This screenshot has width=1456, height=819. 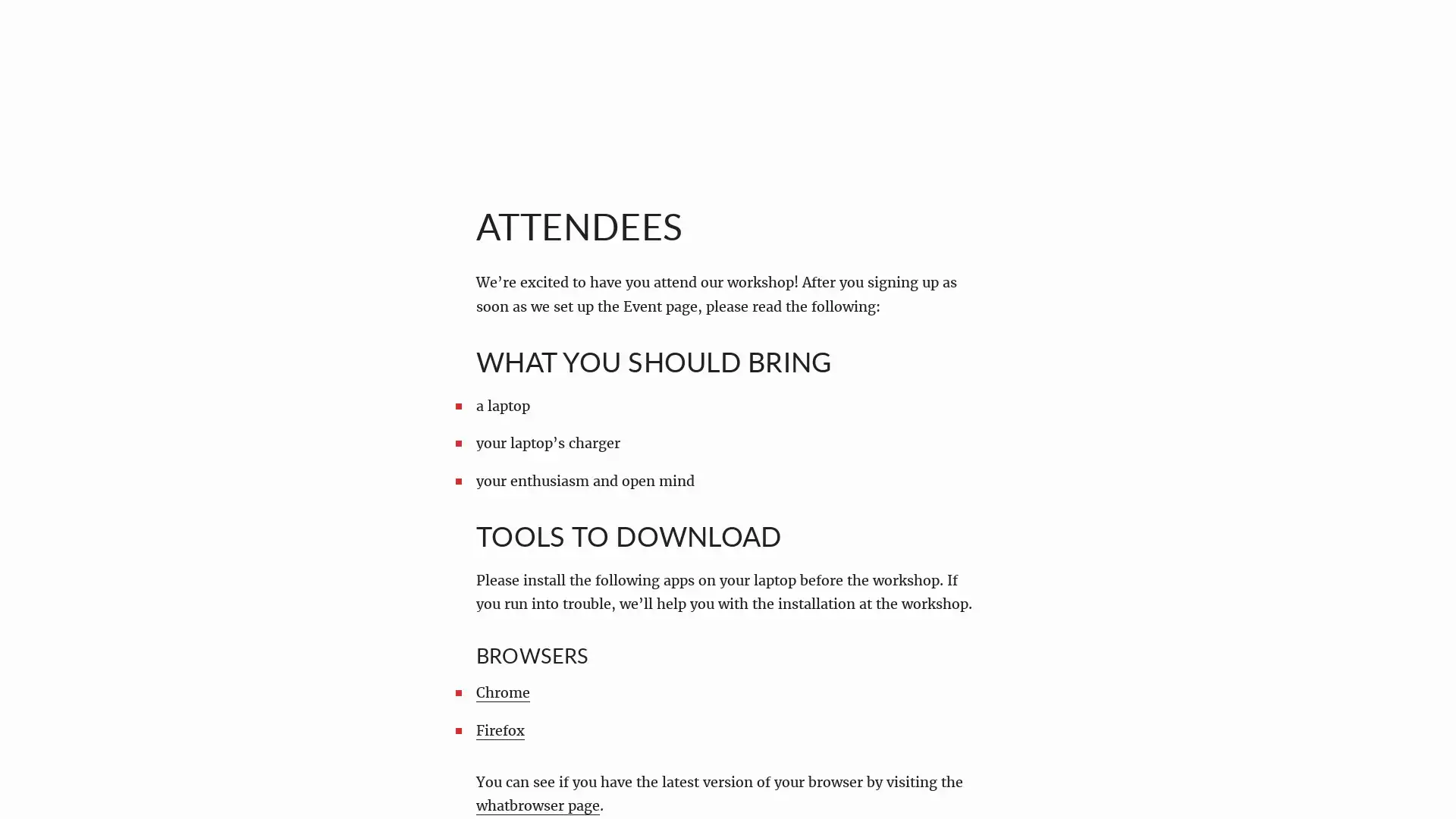 I want to click on Open Menu, so click(x=49, y=48).